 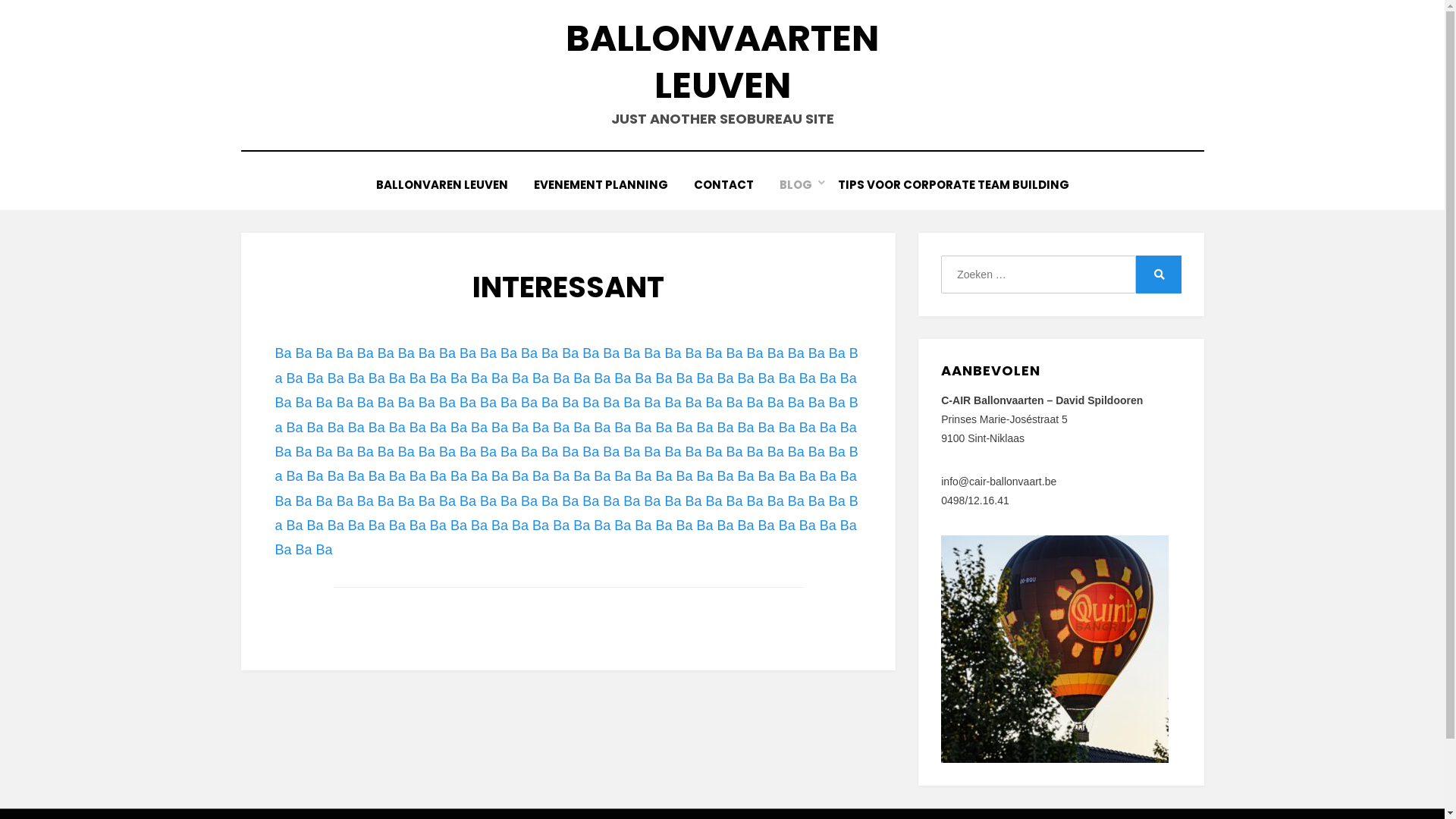 What do you see at coordinates (315, 427) in the screenshot?
I see `'Ba'` at bounding box center [315, 427].